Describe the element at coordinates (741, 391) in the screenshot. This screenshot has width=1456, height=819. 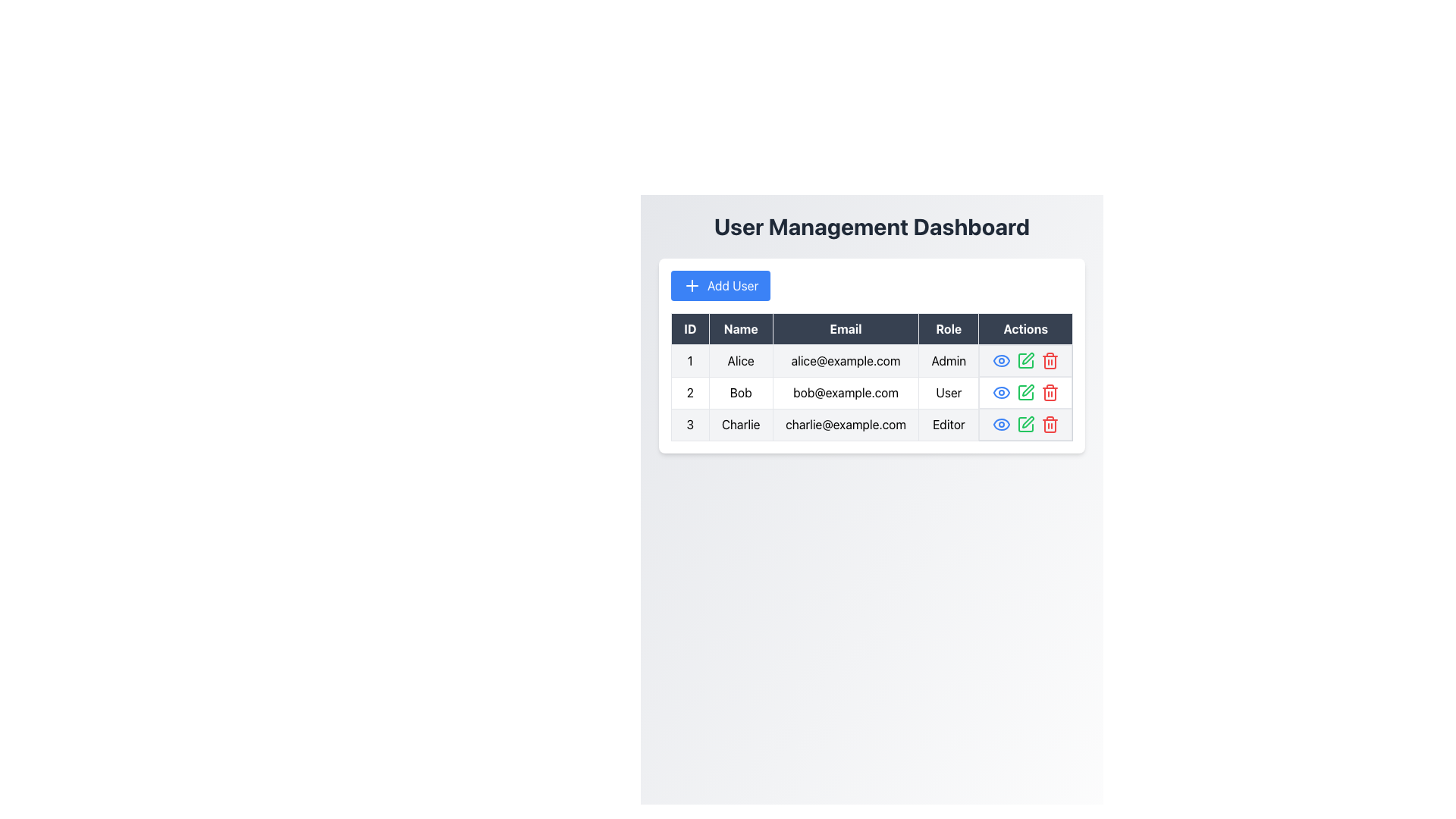
I see `text content of the Text Label displaying 'Bob' located in the second column of the second row under the 'Name' category in the table` at that location.